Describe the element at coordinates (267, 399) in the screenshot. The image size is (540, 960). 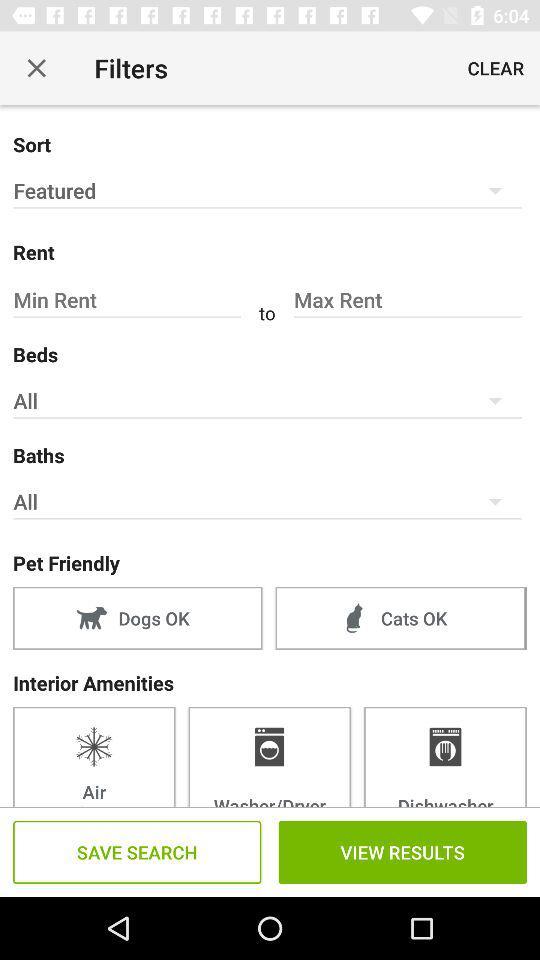
I see `the text all which is above baths` at that location.